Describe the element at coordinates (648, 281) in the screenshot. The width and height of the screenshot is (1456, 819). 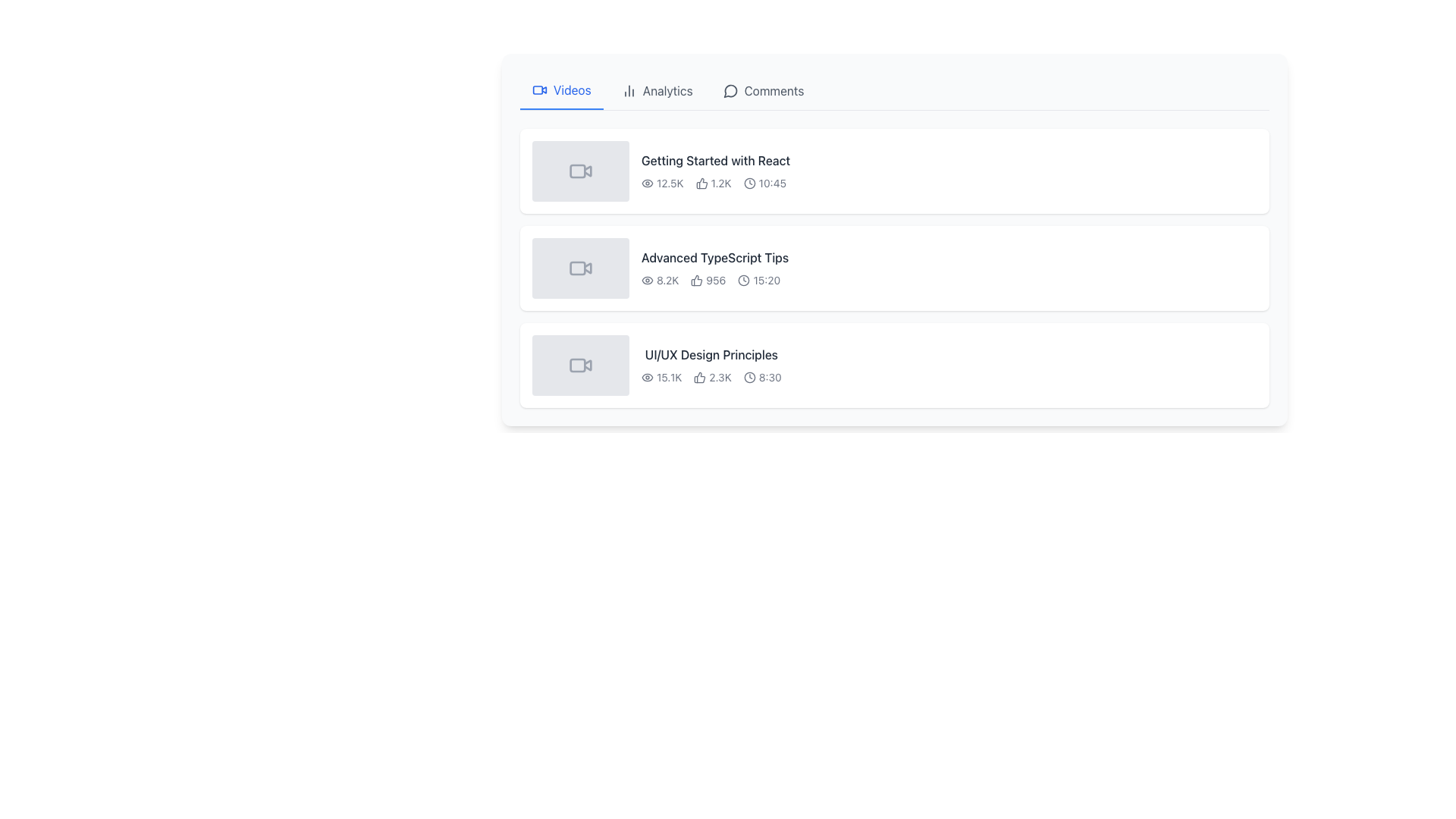
I see `the eye icon located to the left of the numeric label '8.2K' in the 'Advanced TypeScript Tips' content panel to understand its significance` at that location.